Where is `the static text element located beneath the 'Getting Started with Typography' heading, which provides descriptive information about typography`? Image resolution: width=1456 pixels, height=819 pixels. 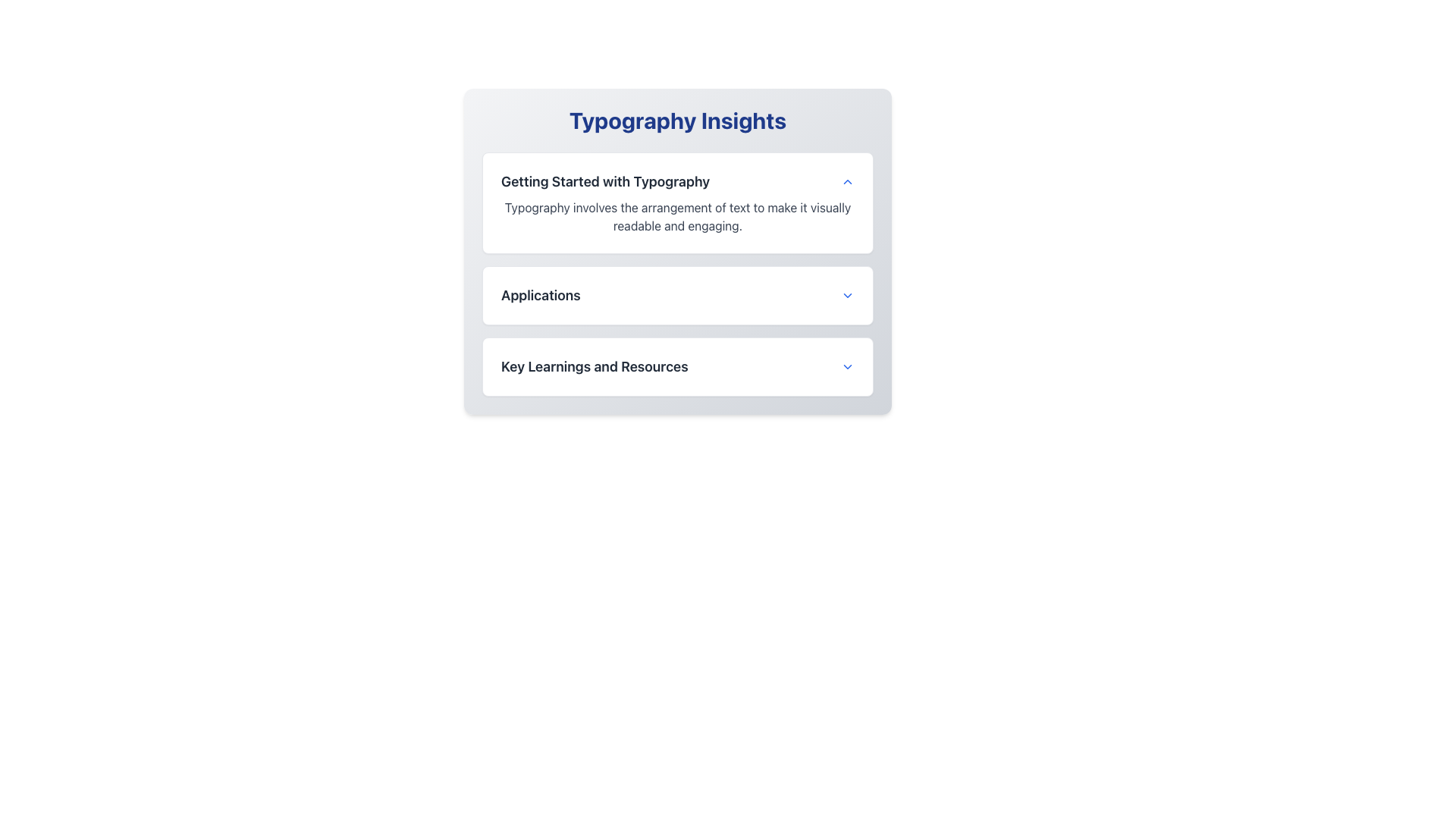 the static text element located beneath the 'Getting Started with Typography' heading, which provides descriptive information about typography is located at coordinates (676, 216).